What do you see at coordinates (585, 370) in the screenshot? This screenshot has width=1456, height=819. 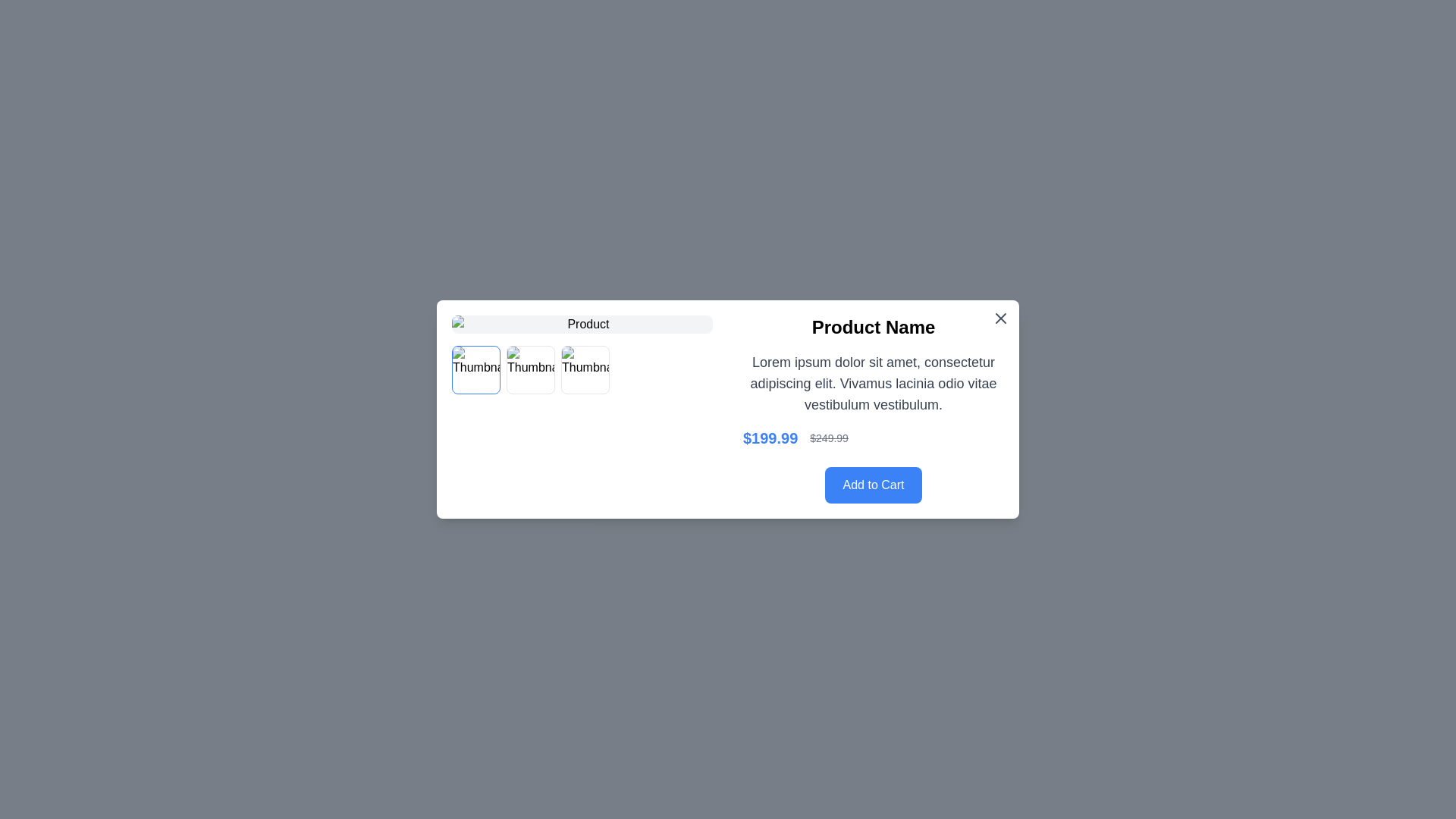 I see `the third image thumbnail located below the 'Product' section` at bounding box center [585, 370].